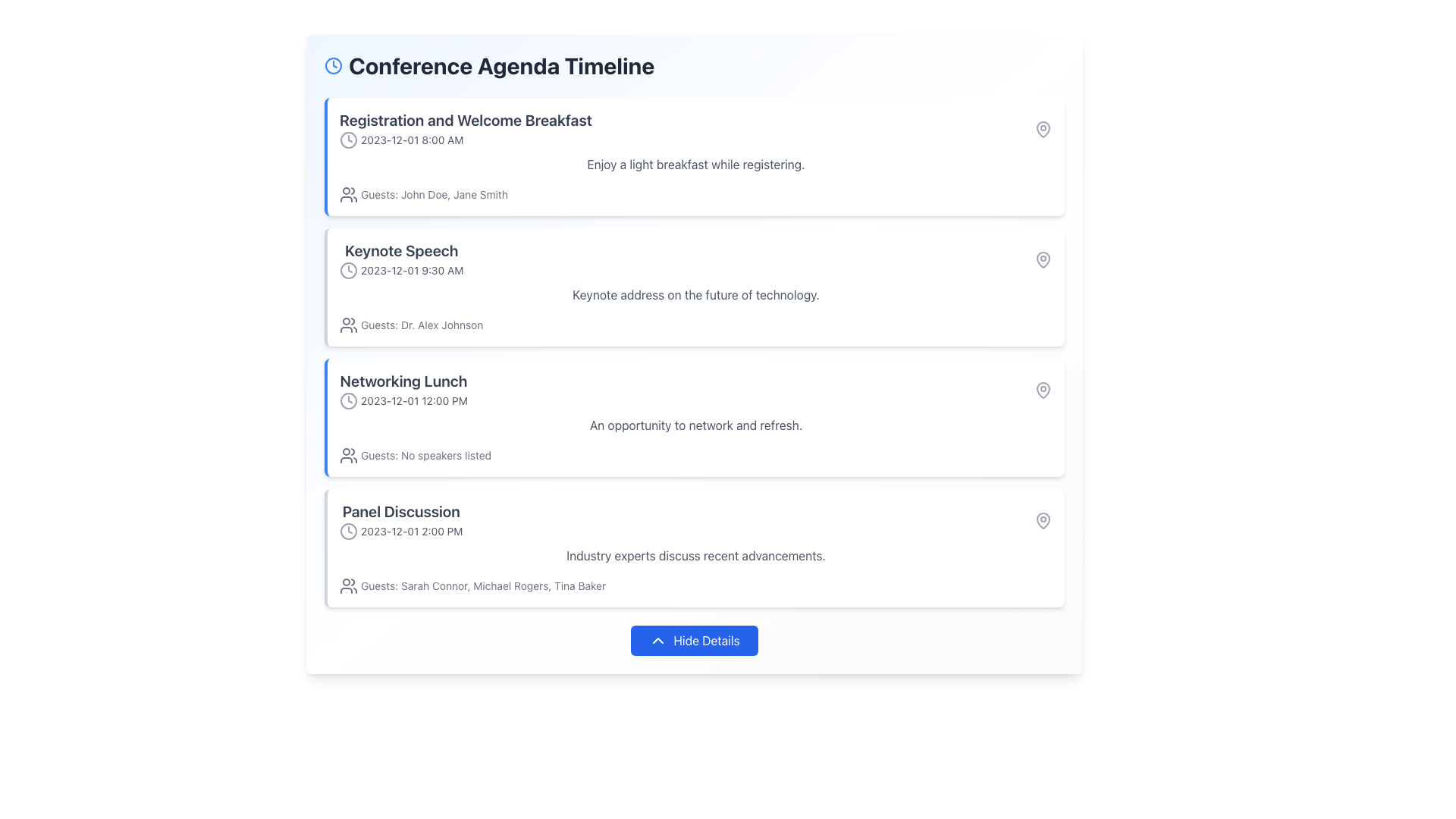 Image resolution: width=1456 pixels, height=819 pixels. What do you see at coordinates (401, 259) in the screenshot?
I see `text for event information from the Text block with icon that conveys the title and scheduled time of the Keynote Speech event within the second card of the 'Conference Agenda Timeline' interface` at bounding box center [401, 259].